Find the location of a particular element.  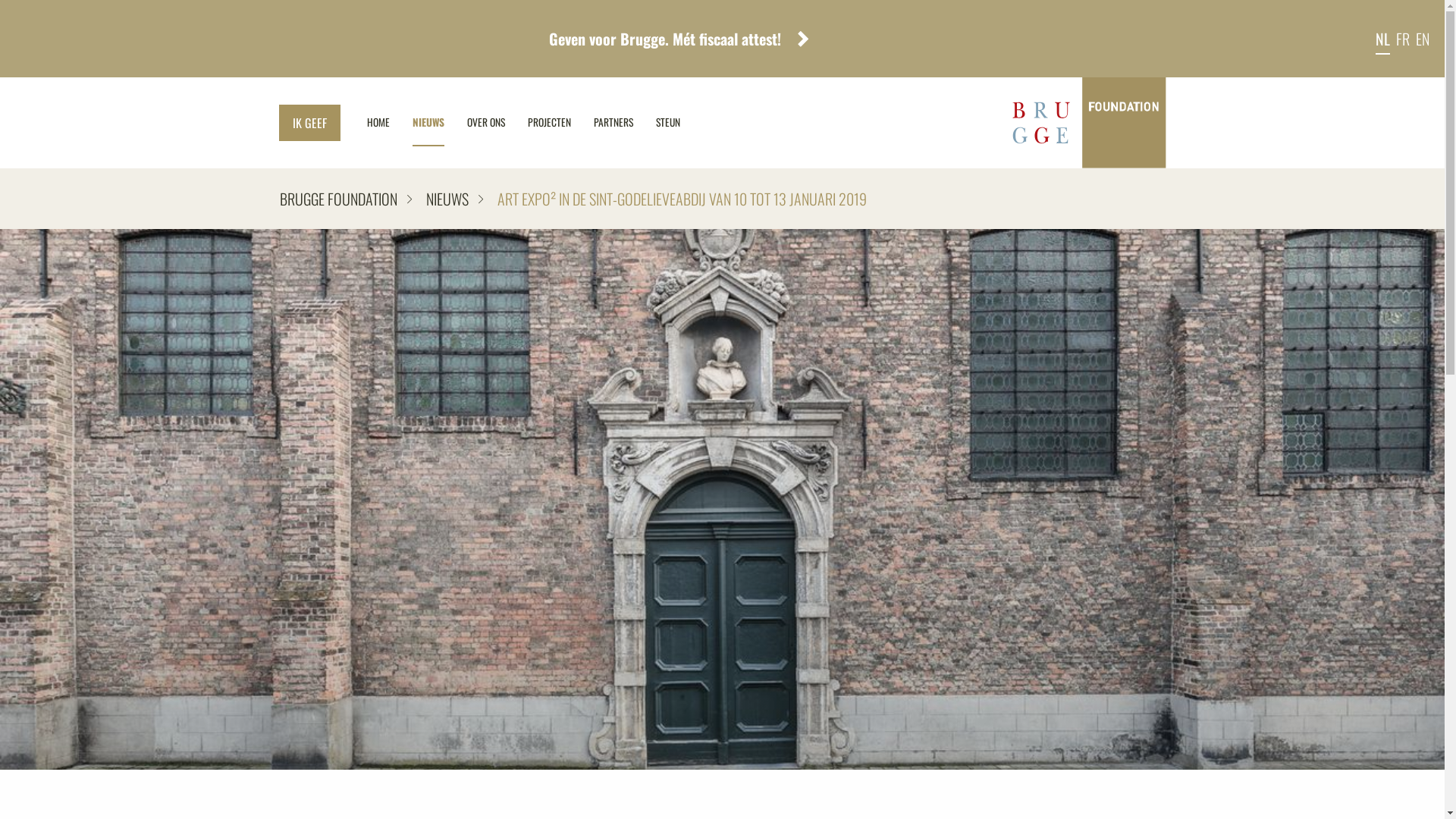

'EN' is located at coordinates (1422, 37).